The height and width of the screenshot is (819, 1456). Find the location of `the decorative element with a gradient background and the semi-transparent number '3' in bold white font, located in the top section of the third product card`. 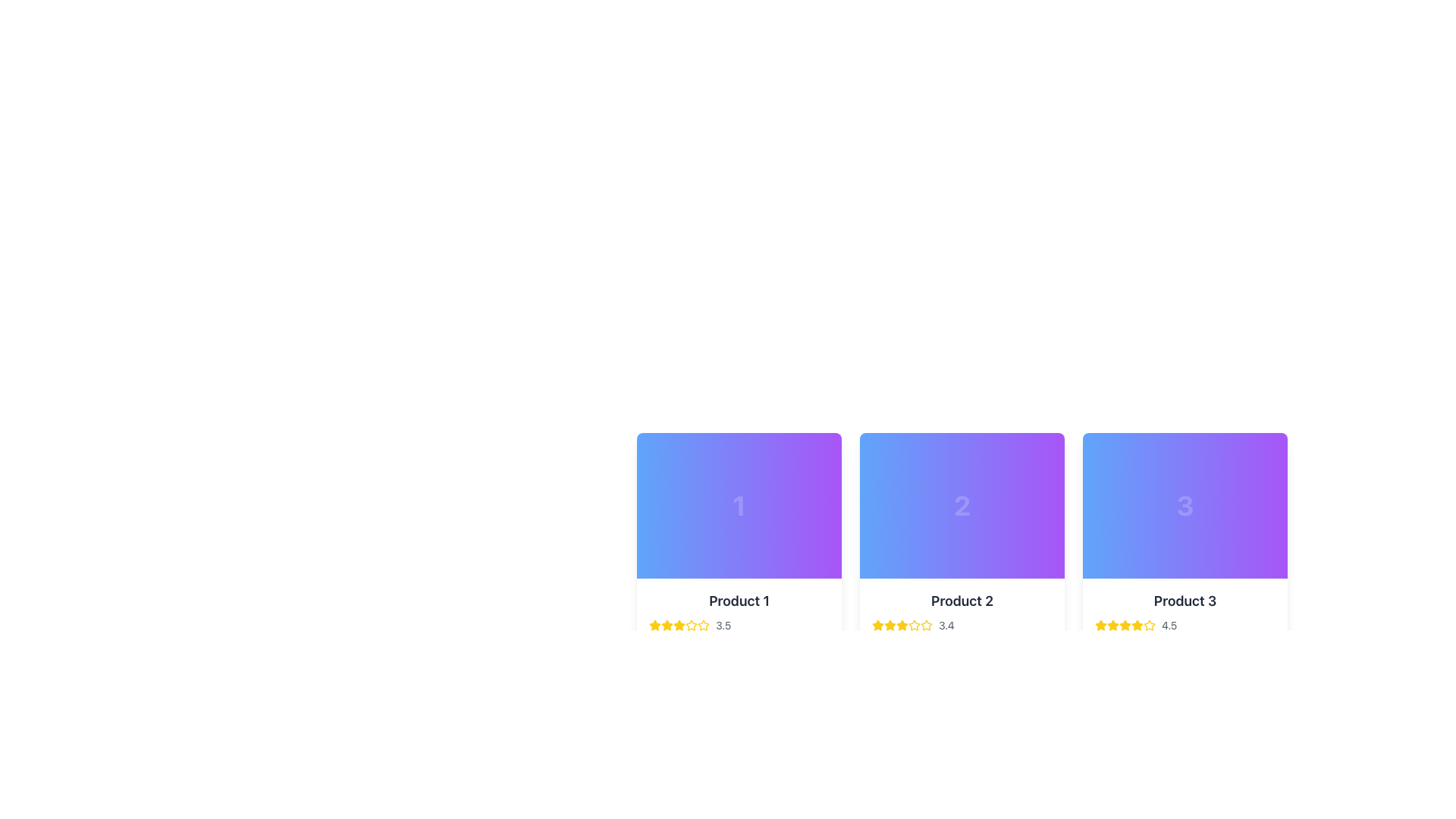

the decorative element with a gradient background and the semi-transparent number '3' in bold white font, located in the top section of the third product card is located at coordinates (1185, 506).